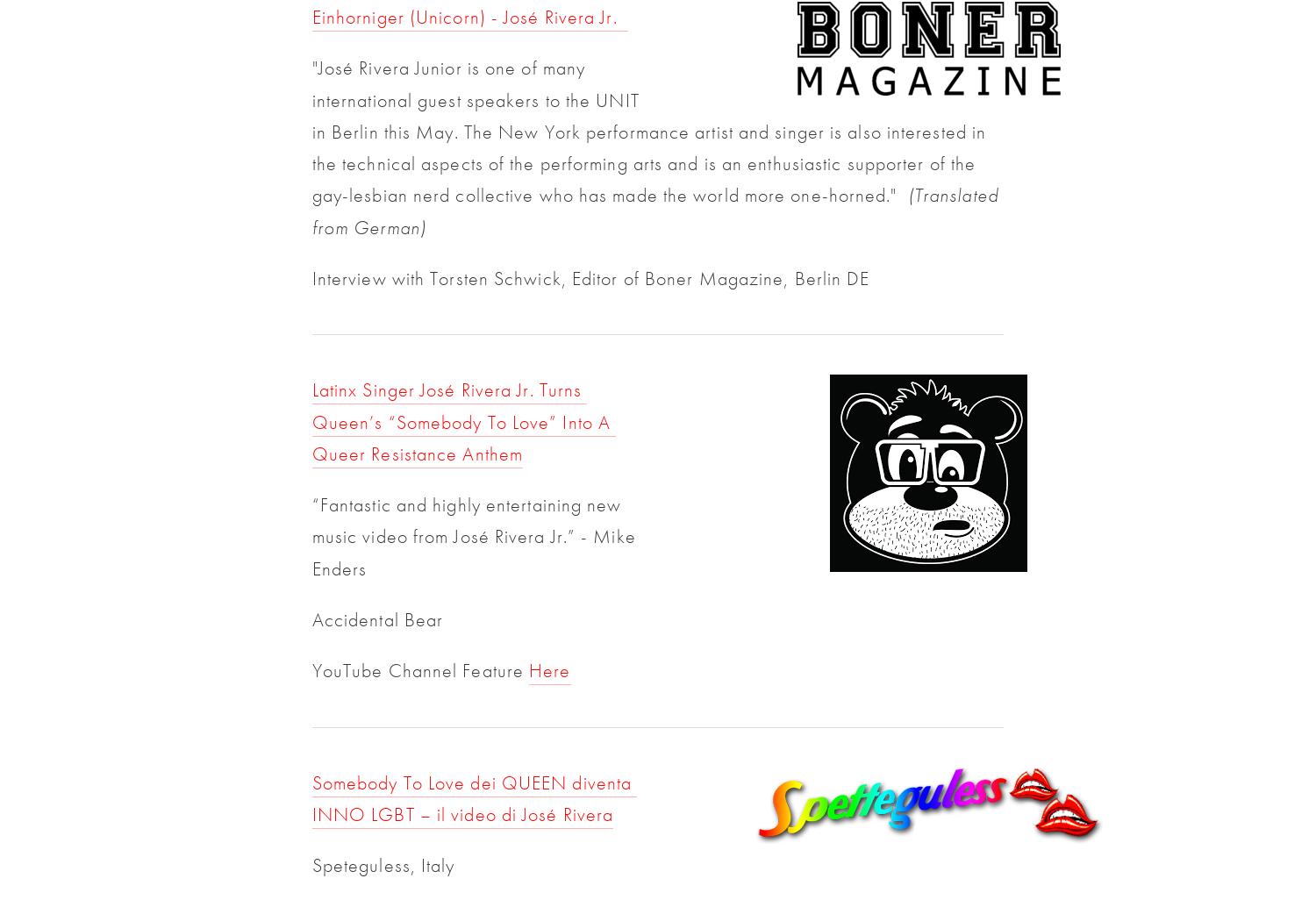 The image size is (1316, 900). Describe the element at coordinates (311, 420) in the screenshot. I see `'Latinx Singer José Rivera Jr. Turns Queen’s “Somebody To Love” Into A Queer Resistance Anthem'` at that location.